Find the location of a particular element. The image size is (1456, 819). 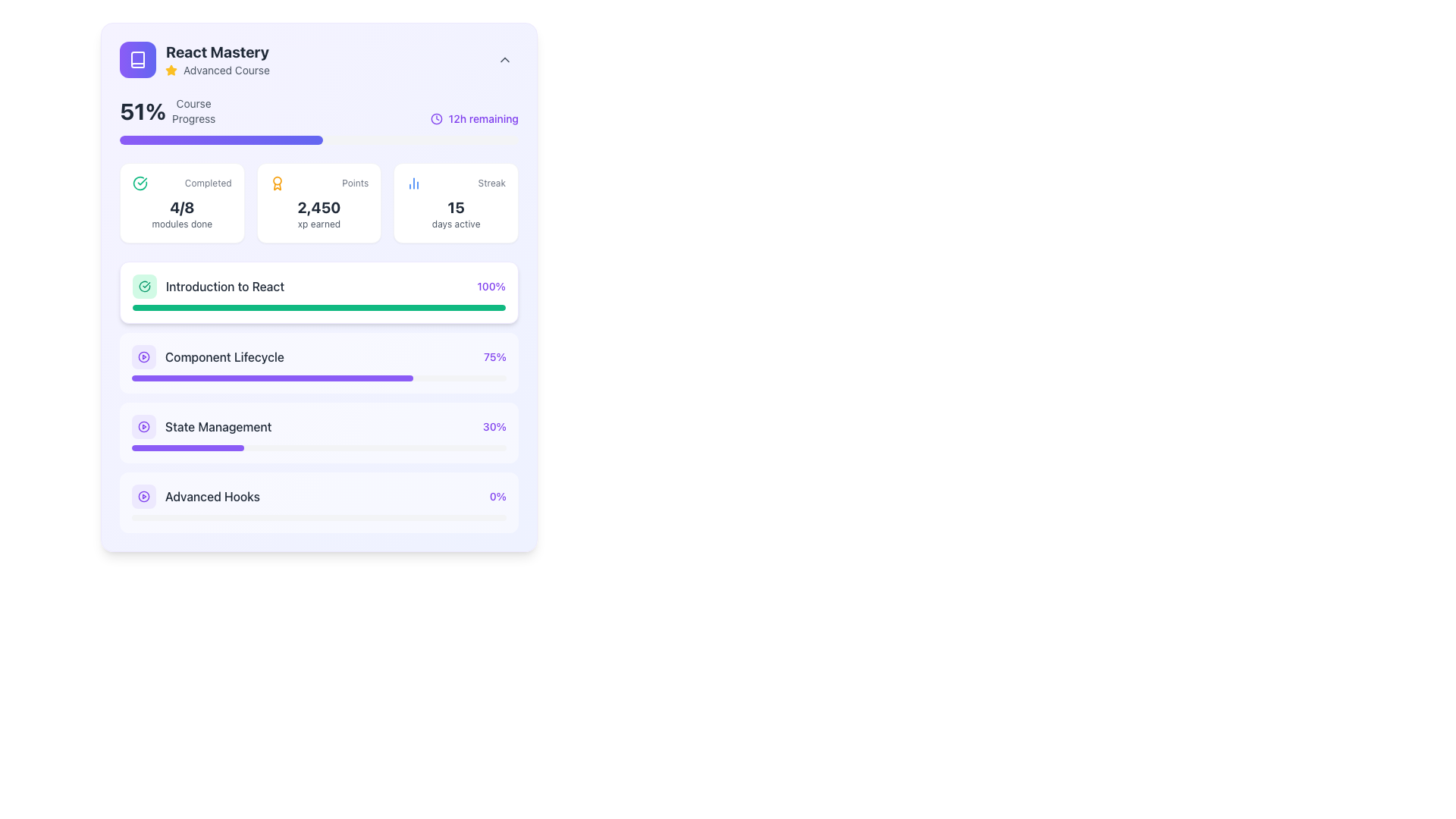

the progress ratio text label that displays the completed versus total modules of the course, located centrally below the 'Completed' text and above the 'modules done' text is located at coordinates (182, 207).